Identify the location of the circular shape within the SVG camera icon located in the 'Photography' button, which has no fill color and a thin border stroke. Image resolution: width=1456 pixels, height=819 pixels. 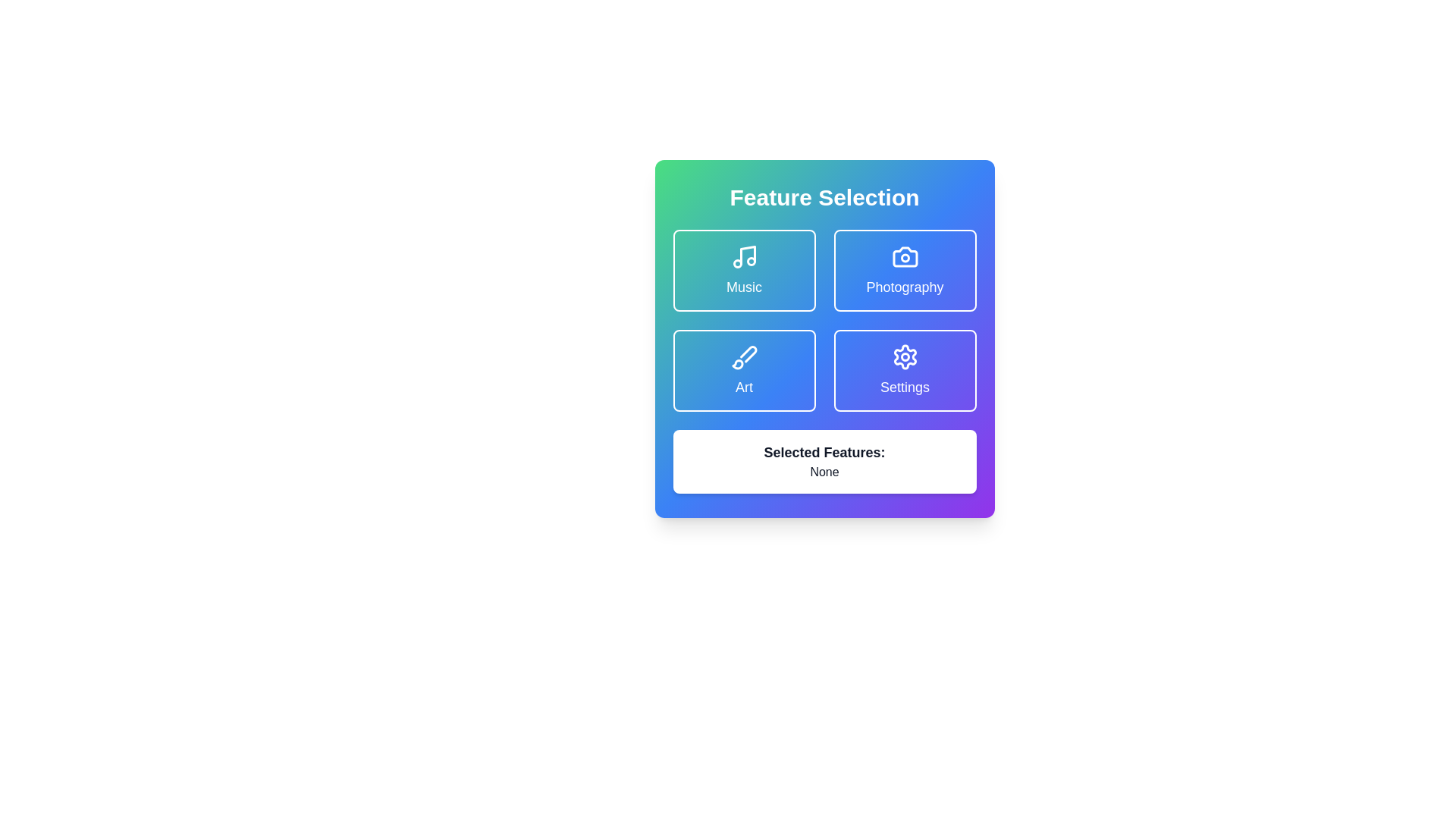
(905, 257).